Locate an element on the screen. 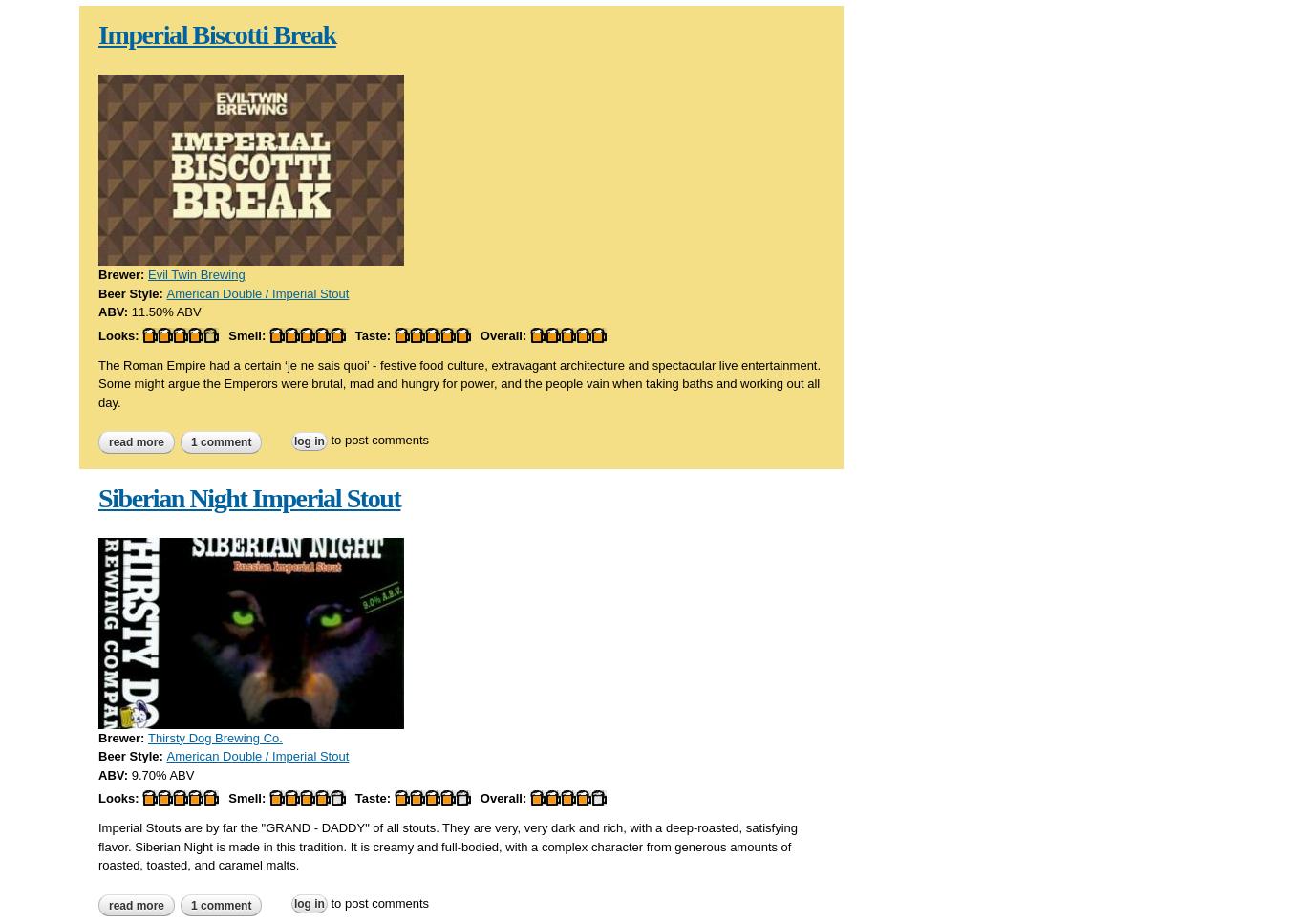 The image size is (1305, 924). 'Imperial Stouts are by far the "GRAND - DADDY" of all stouts. They are very, very dark and rich, with a deep-roasted, satisfying flavor. Siberian Night is made in this tradition. It is creamy and full-bodied, with a complex character from generous amounts of roasted, toasted, and caramel malts.' is located at coordinates (447, 845).